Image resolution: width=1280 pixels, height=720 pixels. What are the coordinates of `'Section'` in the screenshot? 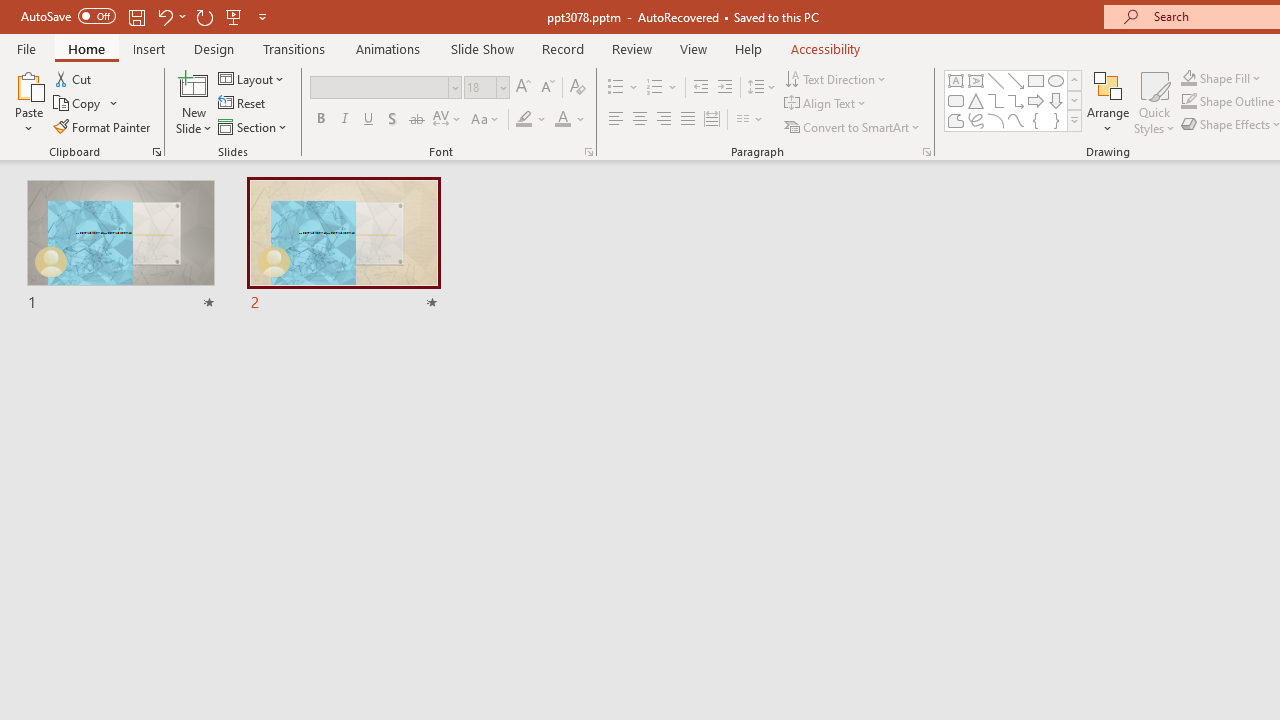 It's located at (253, 127).